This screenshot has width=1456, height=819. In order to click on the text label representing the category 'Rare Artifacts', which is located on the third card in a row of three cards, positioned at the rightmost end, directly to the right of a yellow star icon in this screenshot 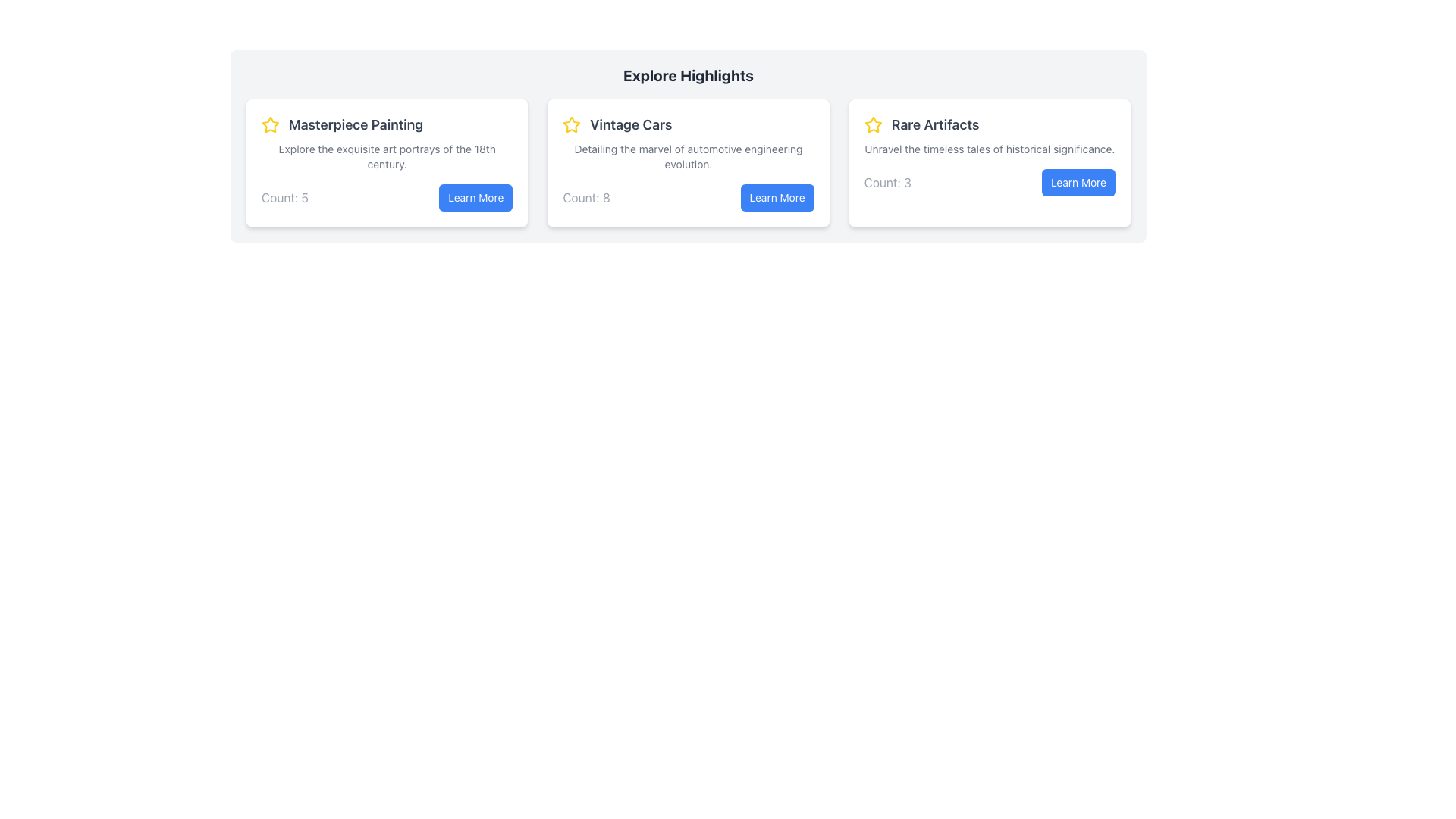, I will do `click(934, 124)`.